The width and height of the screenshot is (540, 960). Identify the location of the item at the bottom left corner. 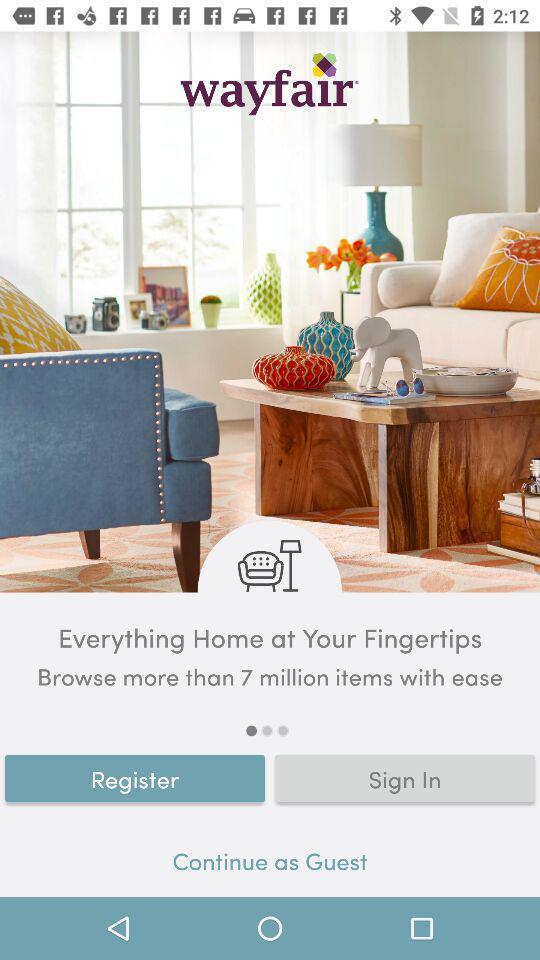
(135, 777).